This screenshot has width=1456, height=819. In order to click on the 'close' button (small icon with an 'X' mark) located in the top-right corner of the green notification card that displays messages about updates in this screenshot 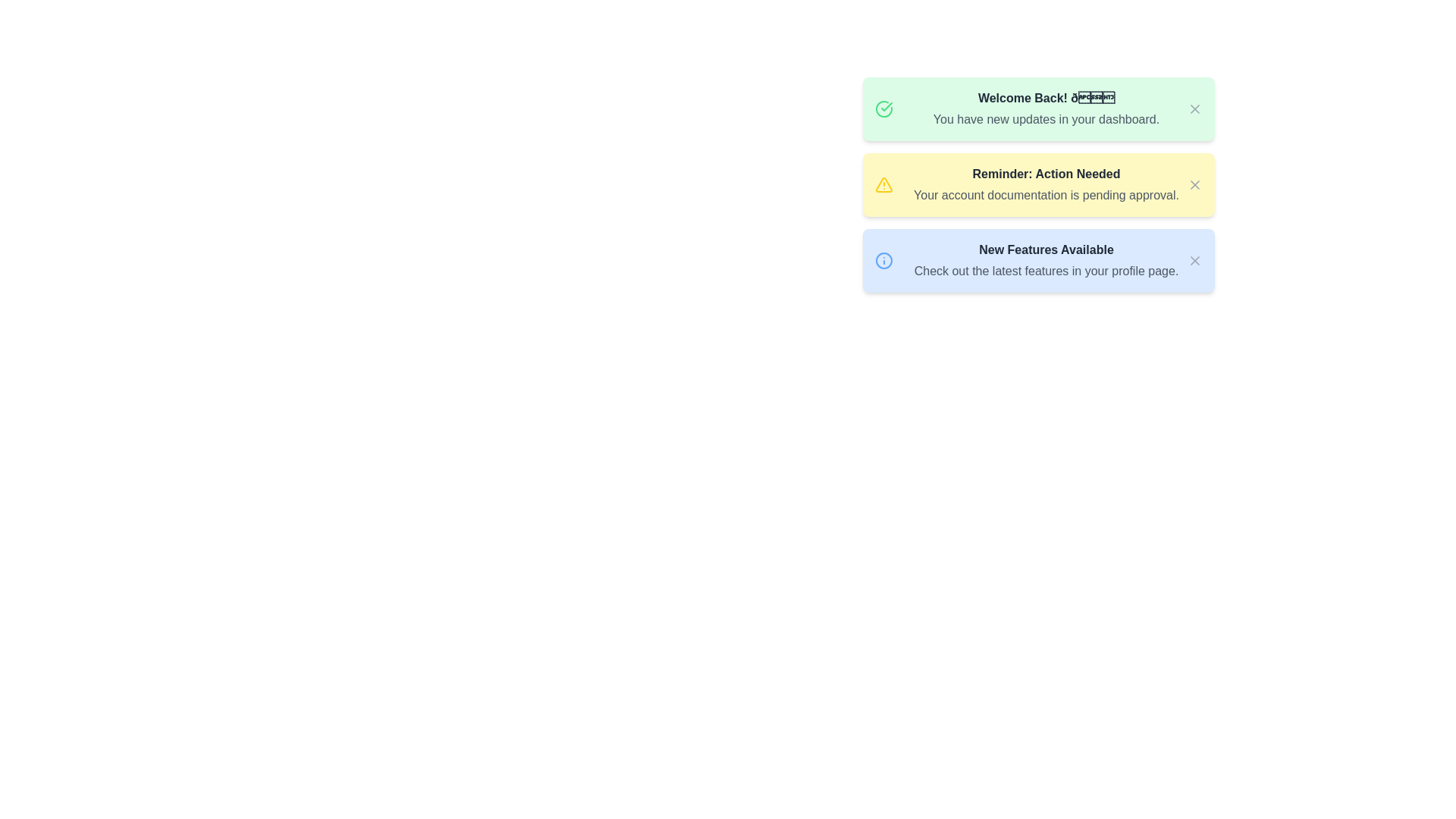, I will do `click(1194, 108)`.